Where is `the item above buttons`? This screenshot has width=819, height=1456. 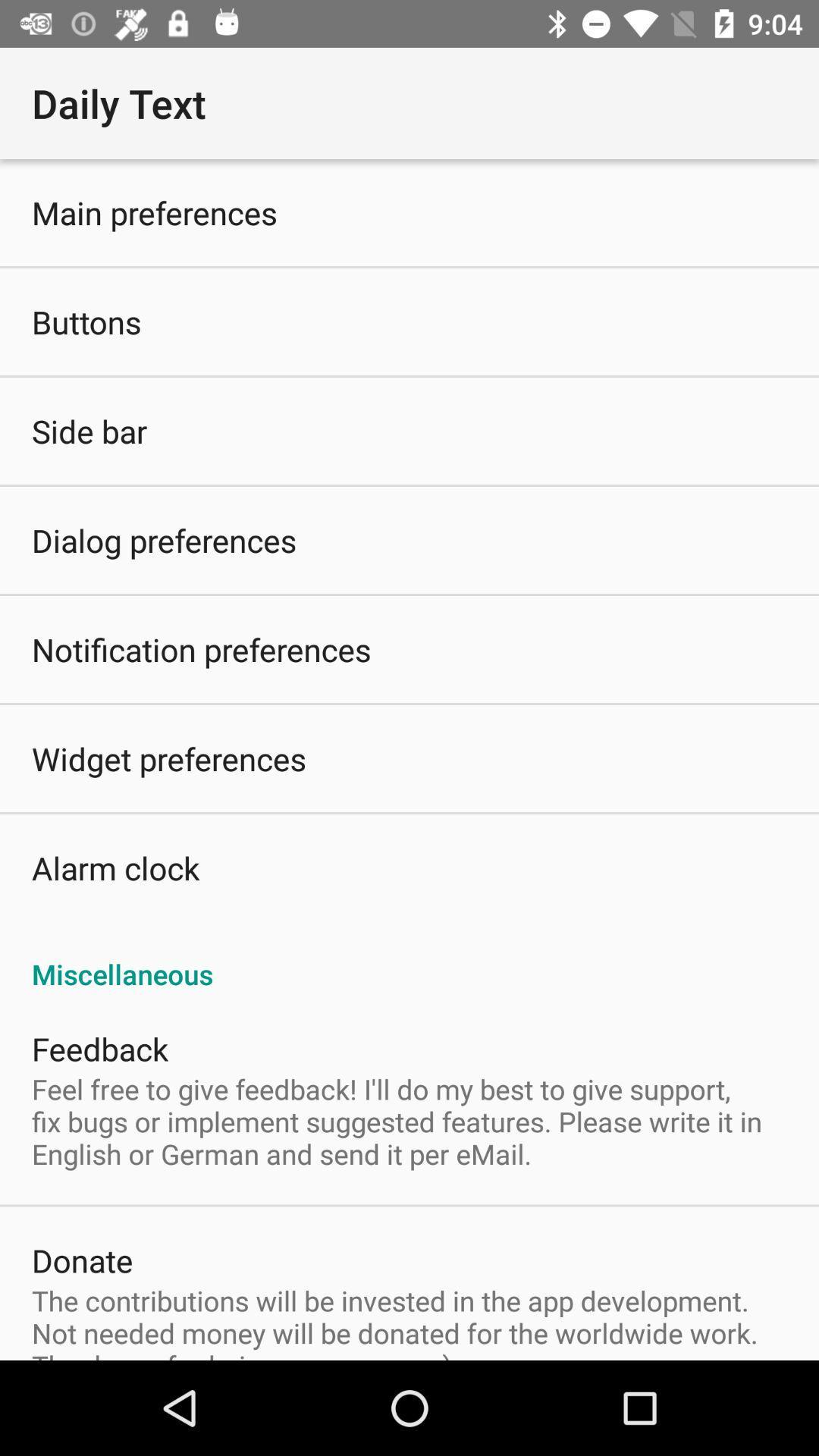
the item above buttons is located at coordinates (155, 212).